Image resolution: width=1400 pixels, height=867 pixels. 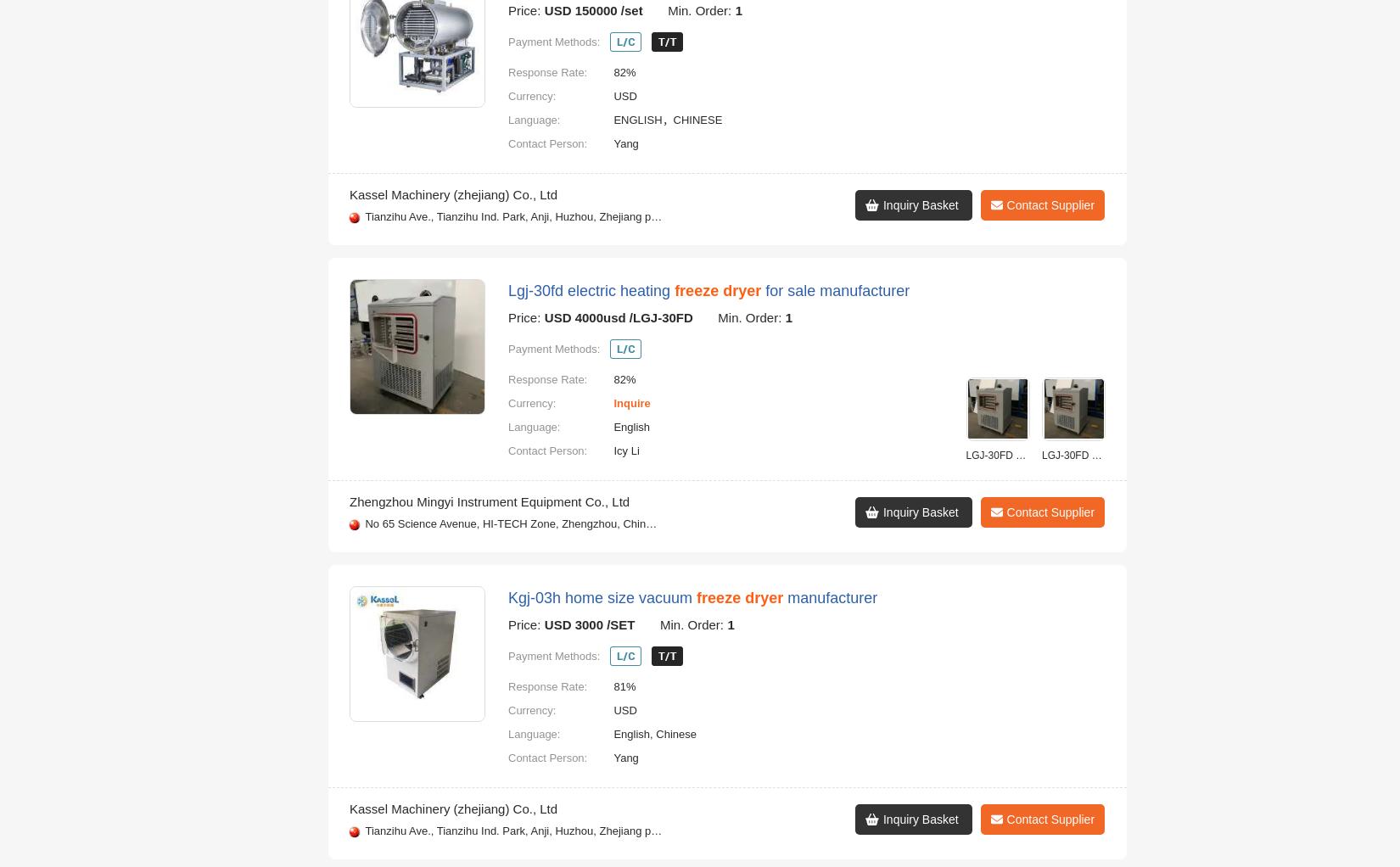 I want to click on 'Meng', so click(x=613, y=248).